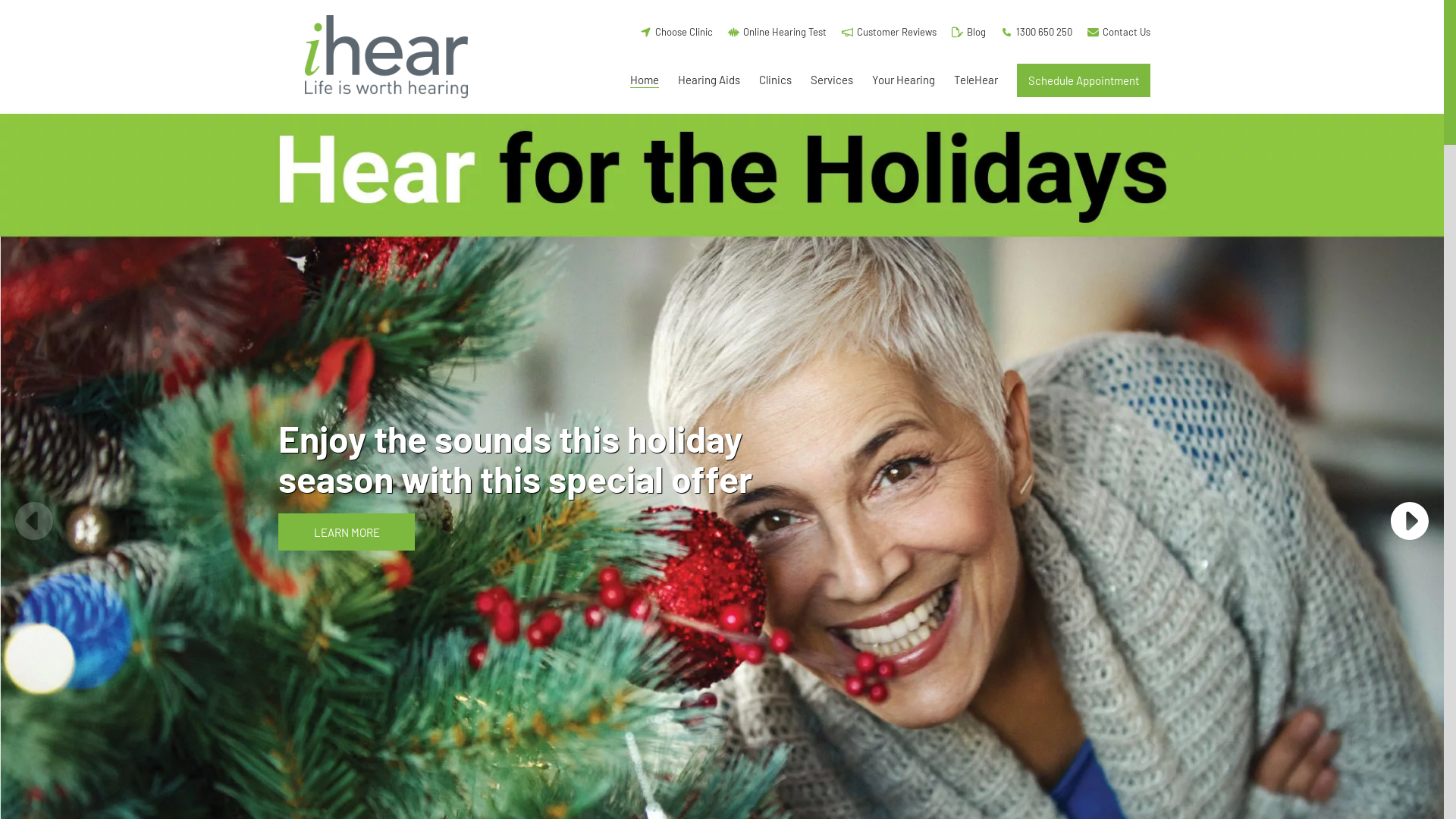 The height and width of the screenshot is (819, 1456). What do you see at coordinates (975, 80) in the screenshot?
I see `'TeleHear'` at bounding box center [975, 80].